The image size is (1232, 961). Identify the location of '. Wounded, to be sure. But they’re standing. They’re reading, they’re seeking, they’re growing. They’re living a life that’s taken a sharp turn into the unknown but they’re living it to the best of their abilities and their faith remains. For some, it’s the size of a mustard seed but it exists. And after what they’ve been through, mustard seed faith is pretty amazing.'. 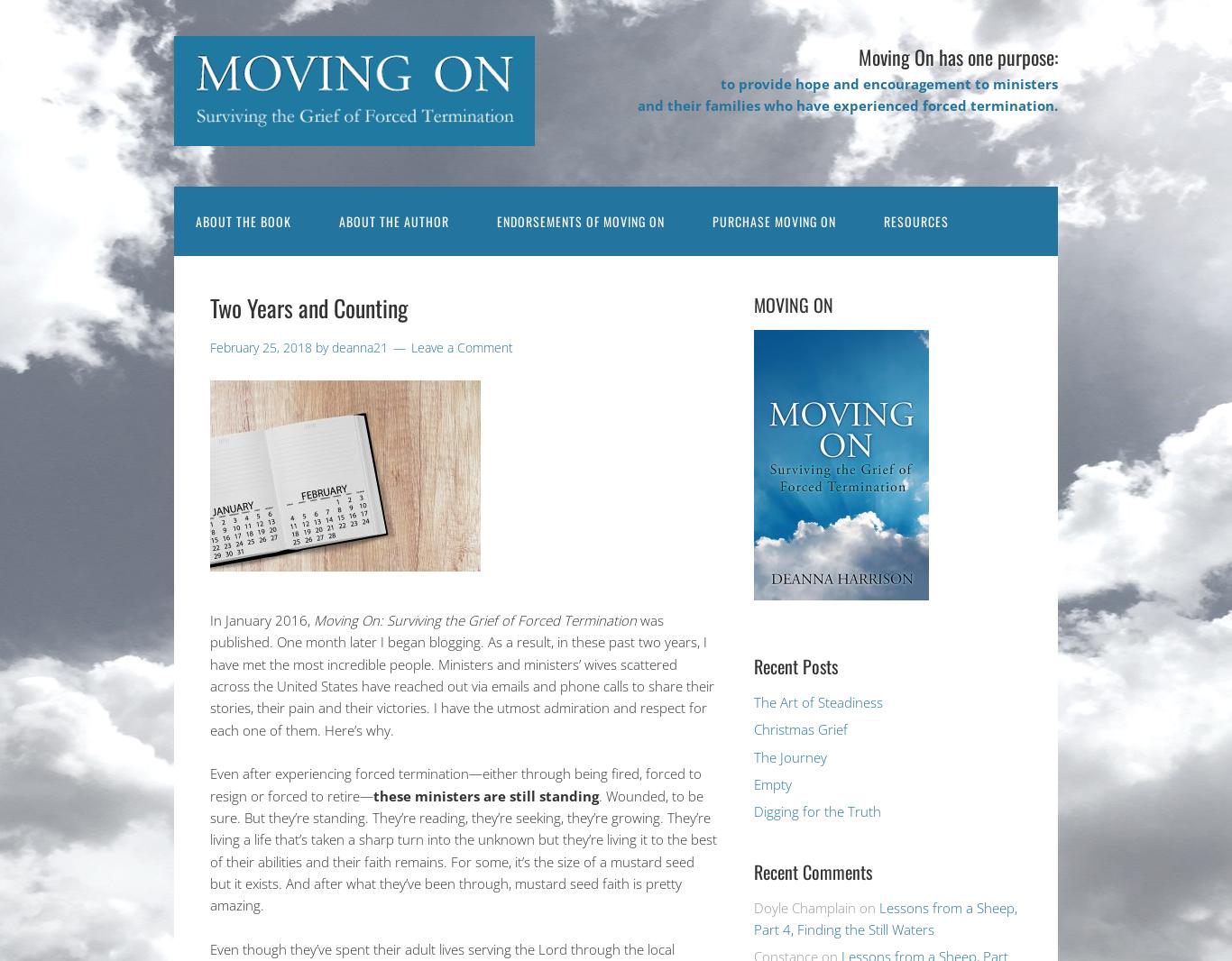
(210, 849).